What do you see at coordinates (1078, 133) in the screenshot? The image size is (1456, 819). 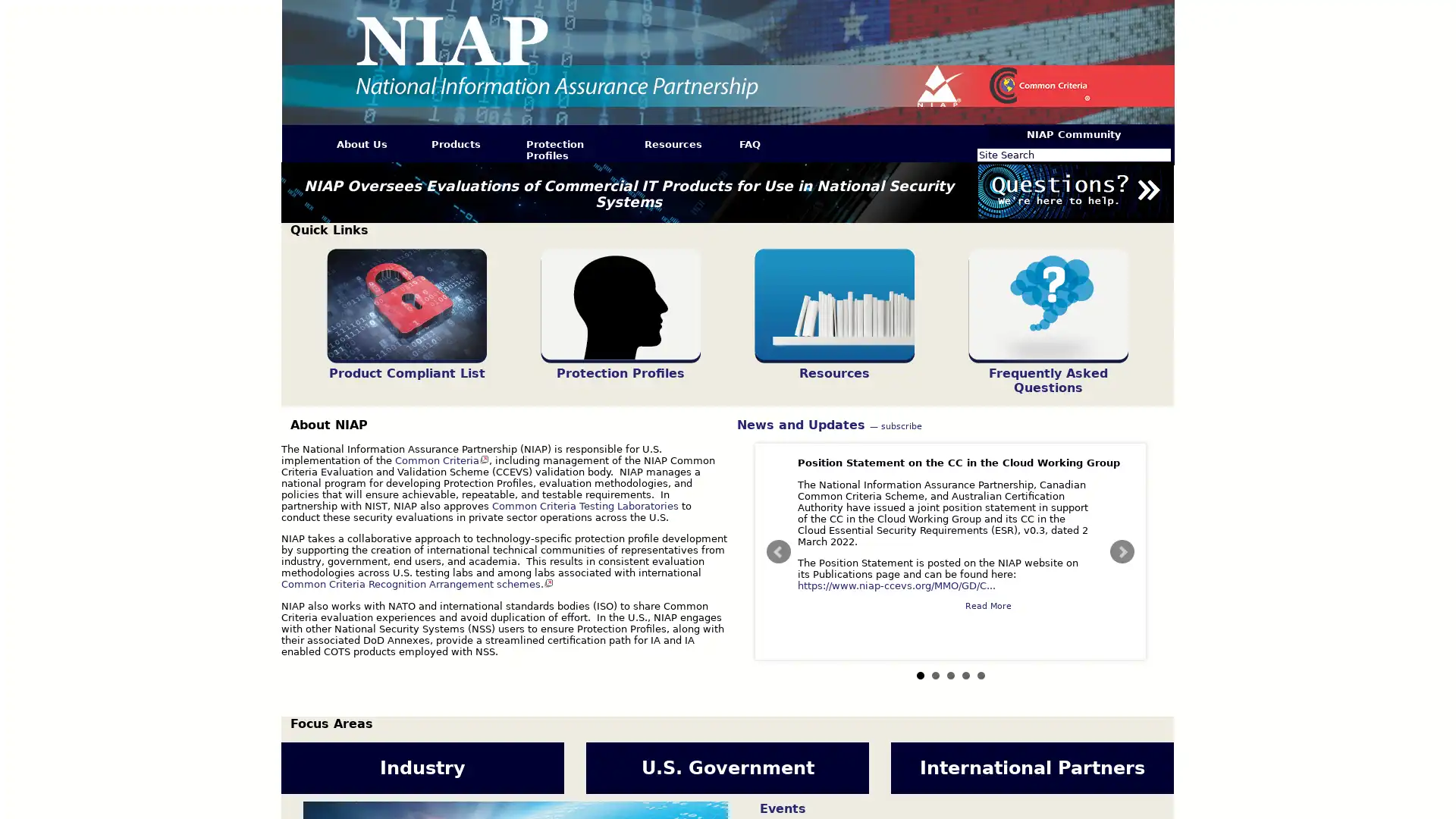 I see `NIAP Community` at bounding box center [1078, 133].